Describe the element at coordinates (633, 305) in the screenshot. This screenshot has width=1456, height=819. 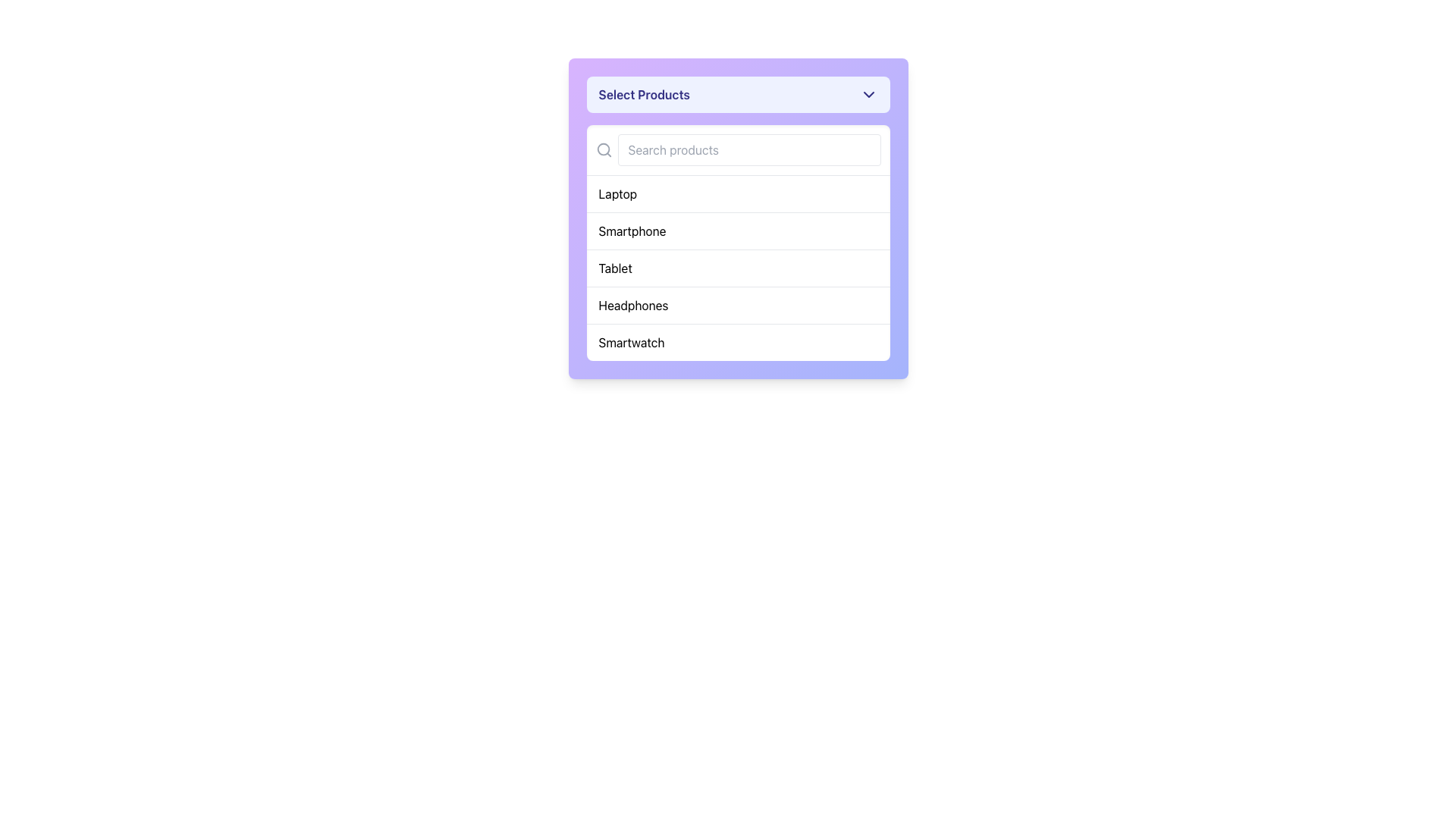
I see `the 'Headphones' text label in the dropdown menu labeled 'Select Products'` at that location.